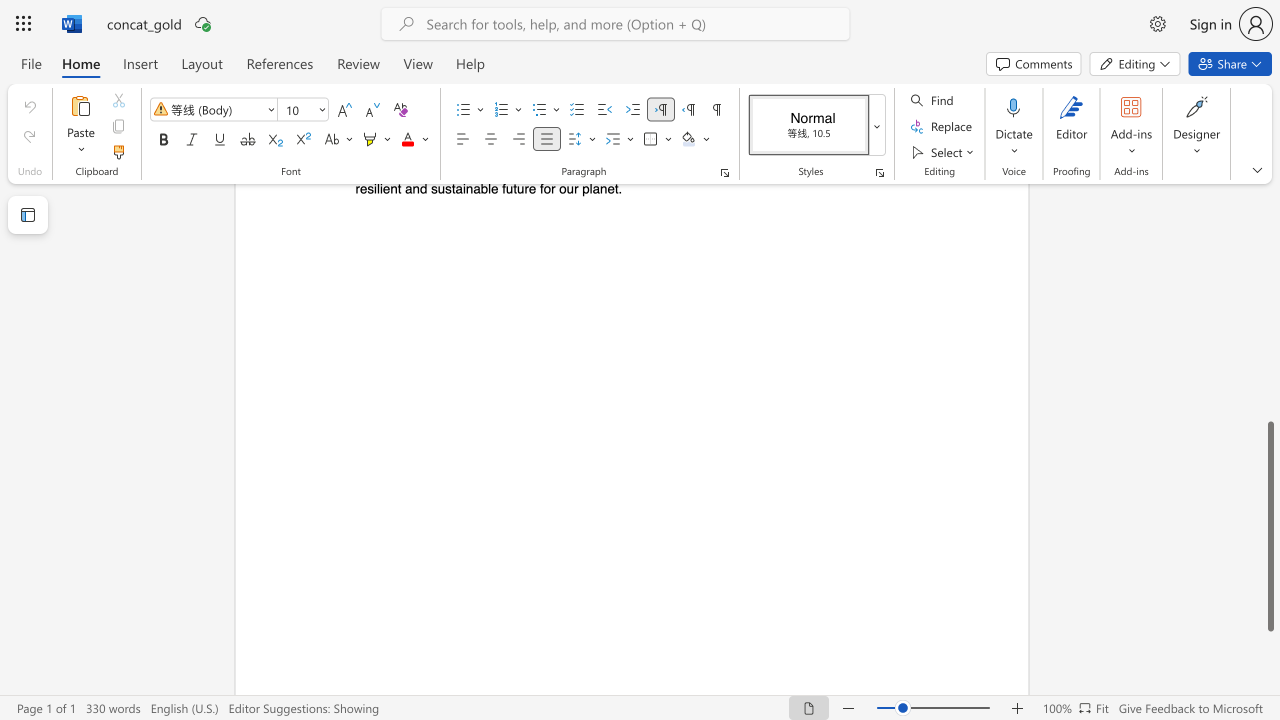 This screenshot has height=720, width=1280. What do you see at coordinates (1269, 525) in the screenshot?
I see `the scrollbar and move down 20 pixels` at bounding box center [1269, 525].